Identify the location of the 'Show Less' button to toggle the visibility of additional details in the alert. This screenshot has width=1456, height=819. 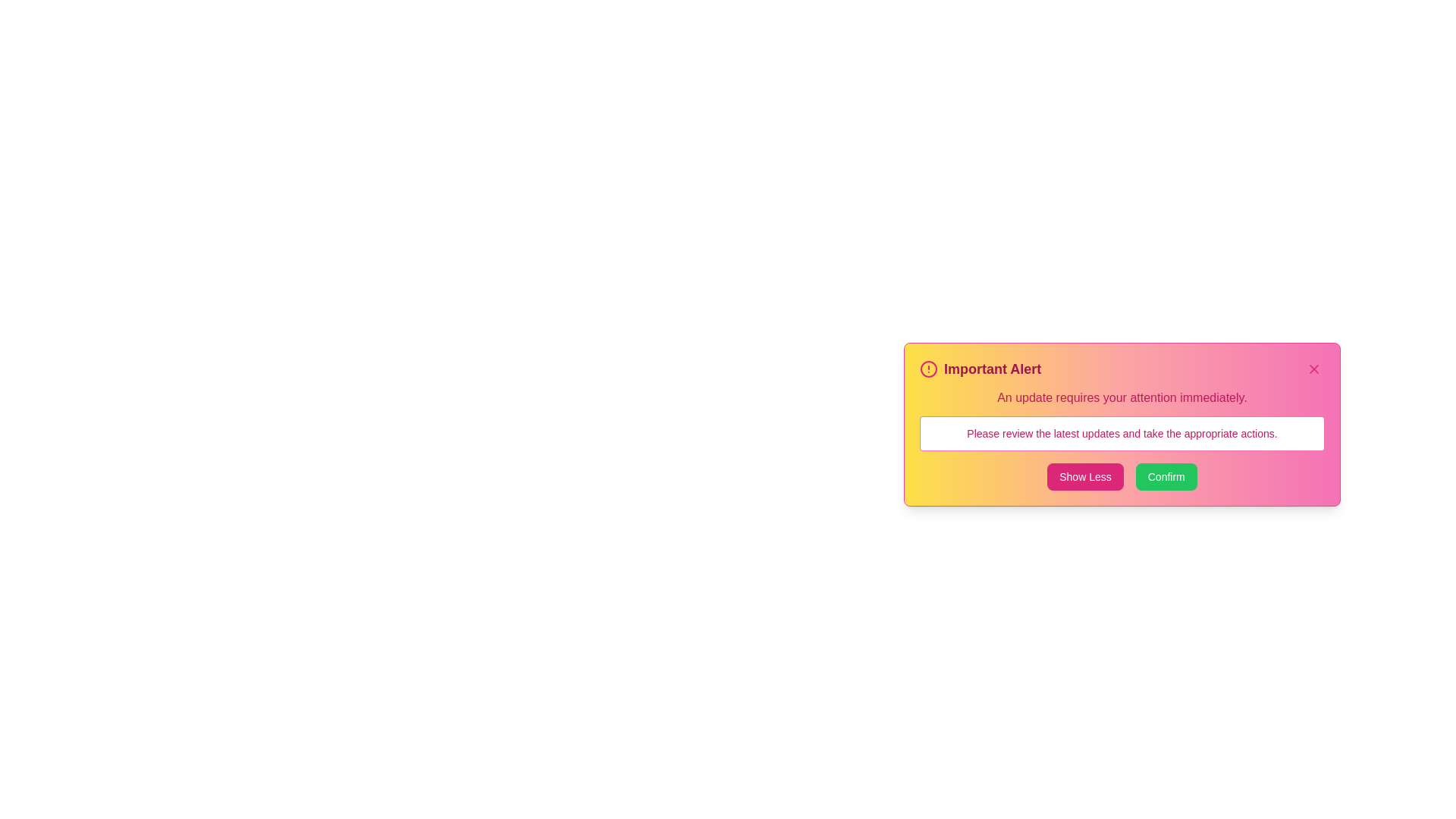
(1084, 475).